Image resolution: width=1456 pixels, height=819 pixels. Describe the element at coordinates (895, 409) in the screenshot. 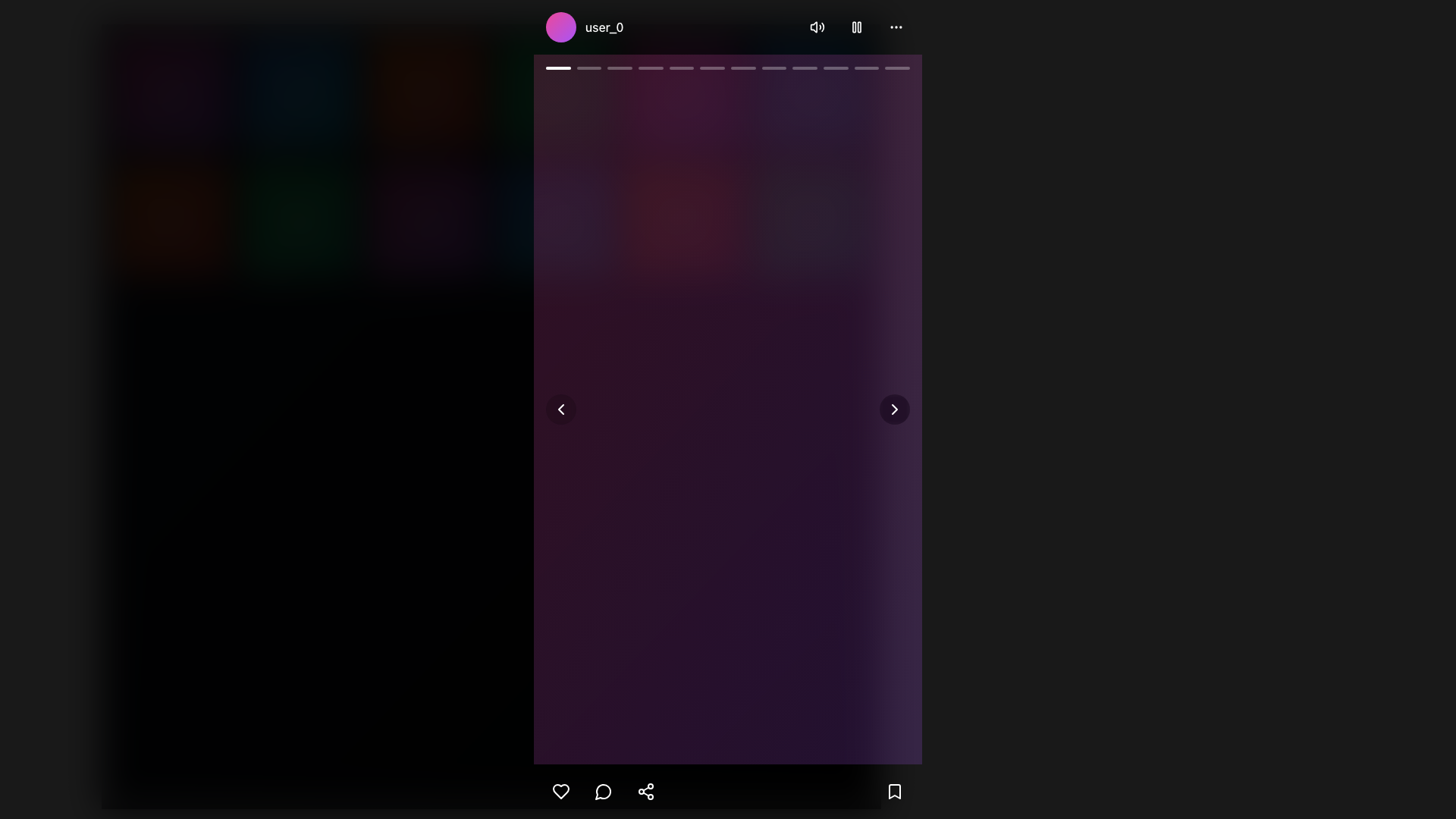

I see `the right-pointing chevron icon, which is styled with a black outline on a transparent background` at that location.